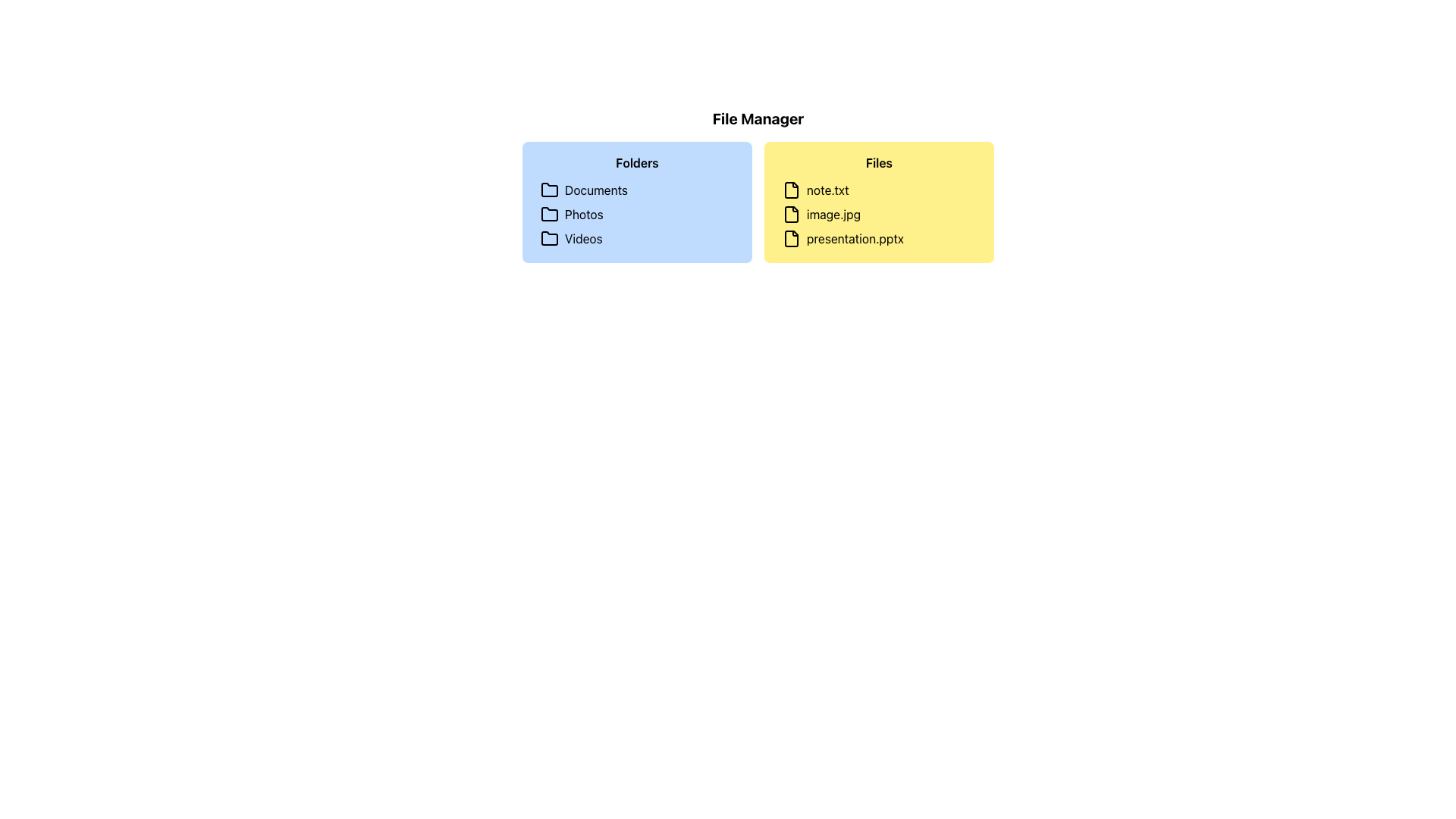  What do you see at coordinates (637, 163) in the screenshot?
I see `the 'Folders' label, which is a bold text label at the top-center of the blue rectangular section on the left side of the interface` at bounding box center [637, 163].